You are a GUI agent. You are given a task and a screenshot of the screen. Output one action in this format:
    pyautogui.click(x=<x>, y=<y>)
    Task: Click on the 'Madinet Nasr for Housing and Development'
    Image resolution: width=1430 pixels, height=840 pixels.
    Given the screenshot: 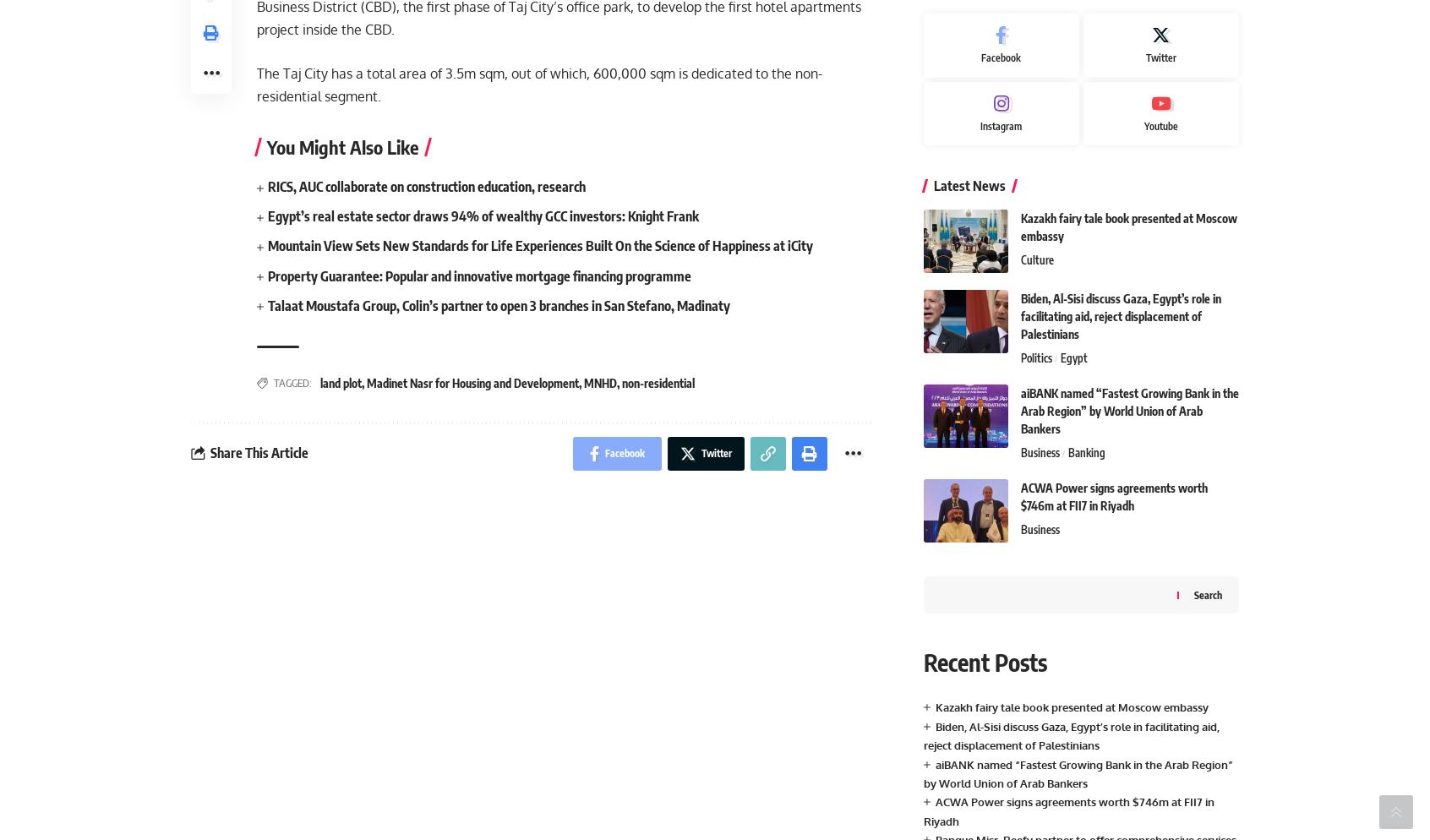 What is the action you would take?
    pyautogui.click(x=472, y=382)
    